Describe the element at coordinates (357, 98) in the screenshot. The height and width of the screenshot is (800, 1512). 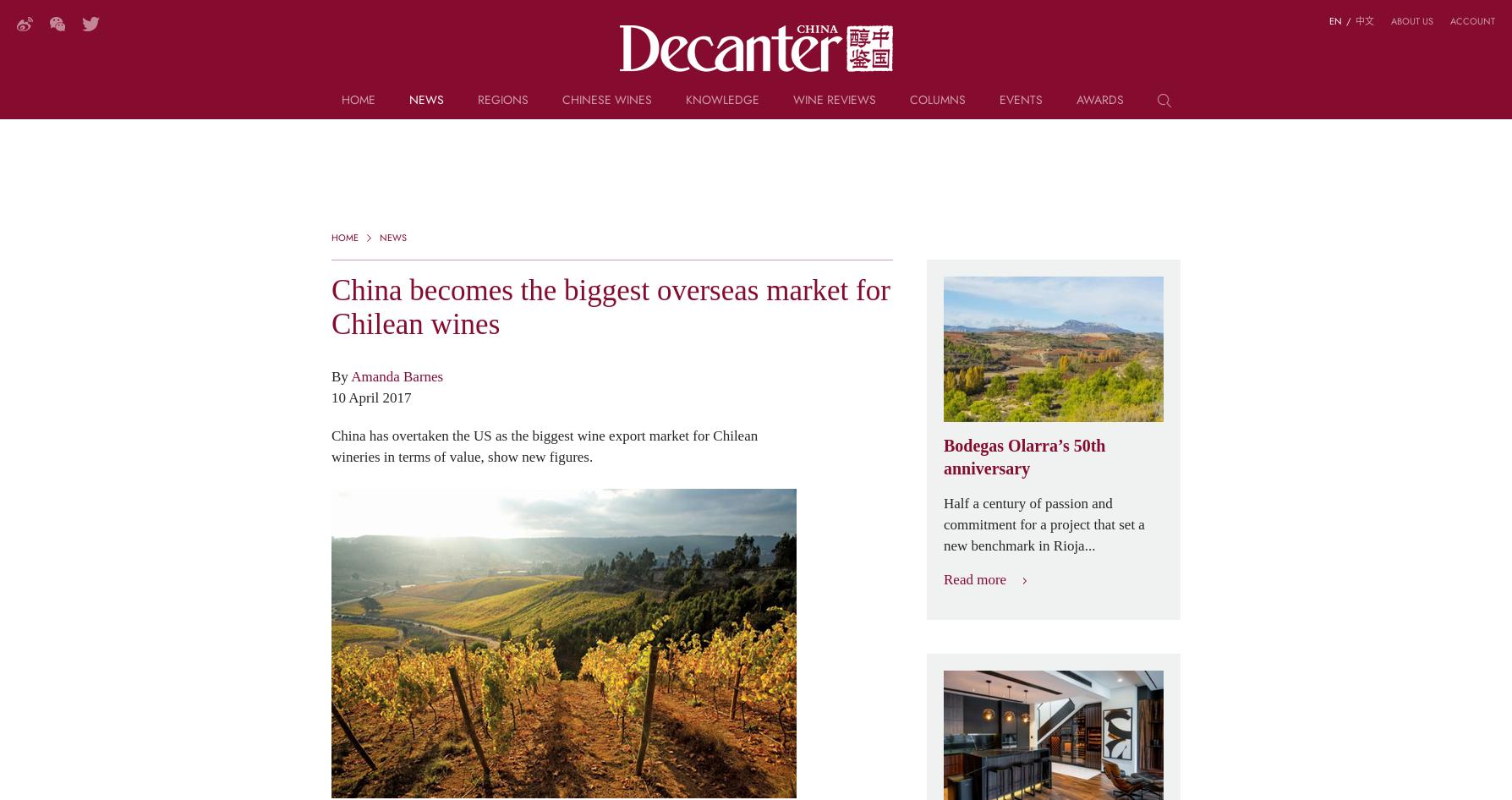
I see `'Home'` at that location.